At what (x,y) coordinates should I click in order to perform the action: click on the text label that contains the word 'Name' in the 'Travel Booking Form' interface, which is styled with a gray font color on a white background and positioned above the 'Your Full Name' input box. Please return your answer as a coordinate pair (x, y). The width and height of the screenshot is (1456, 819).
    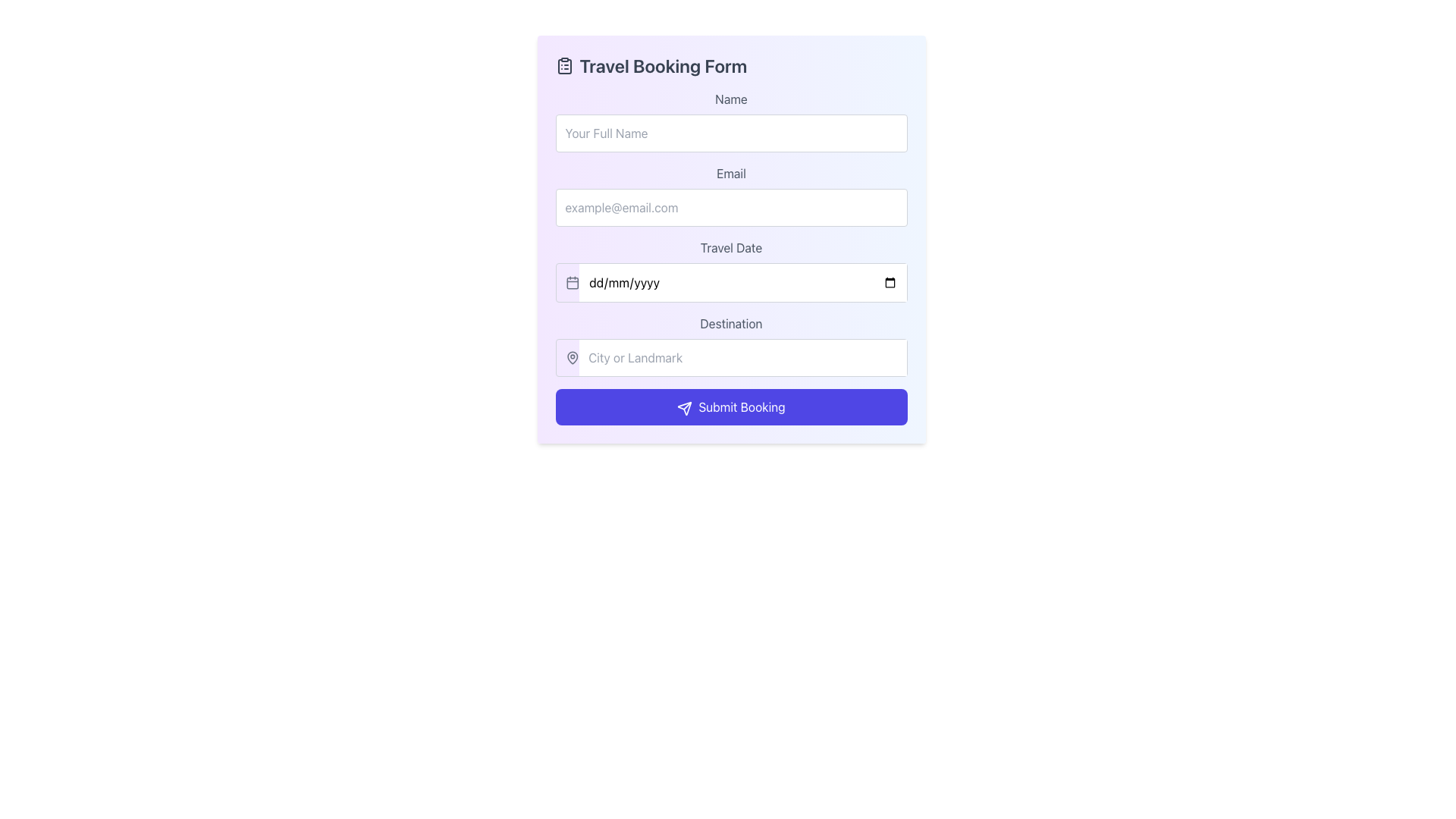
    Looking at the image, I should click on (731, 99).